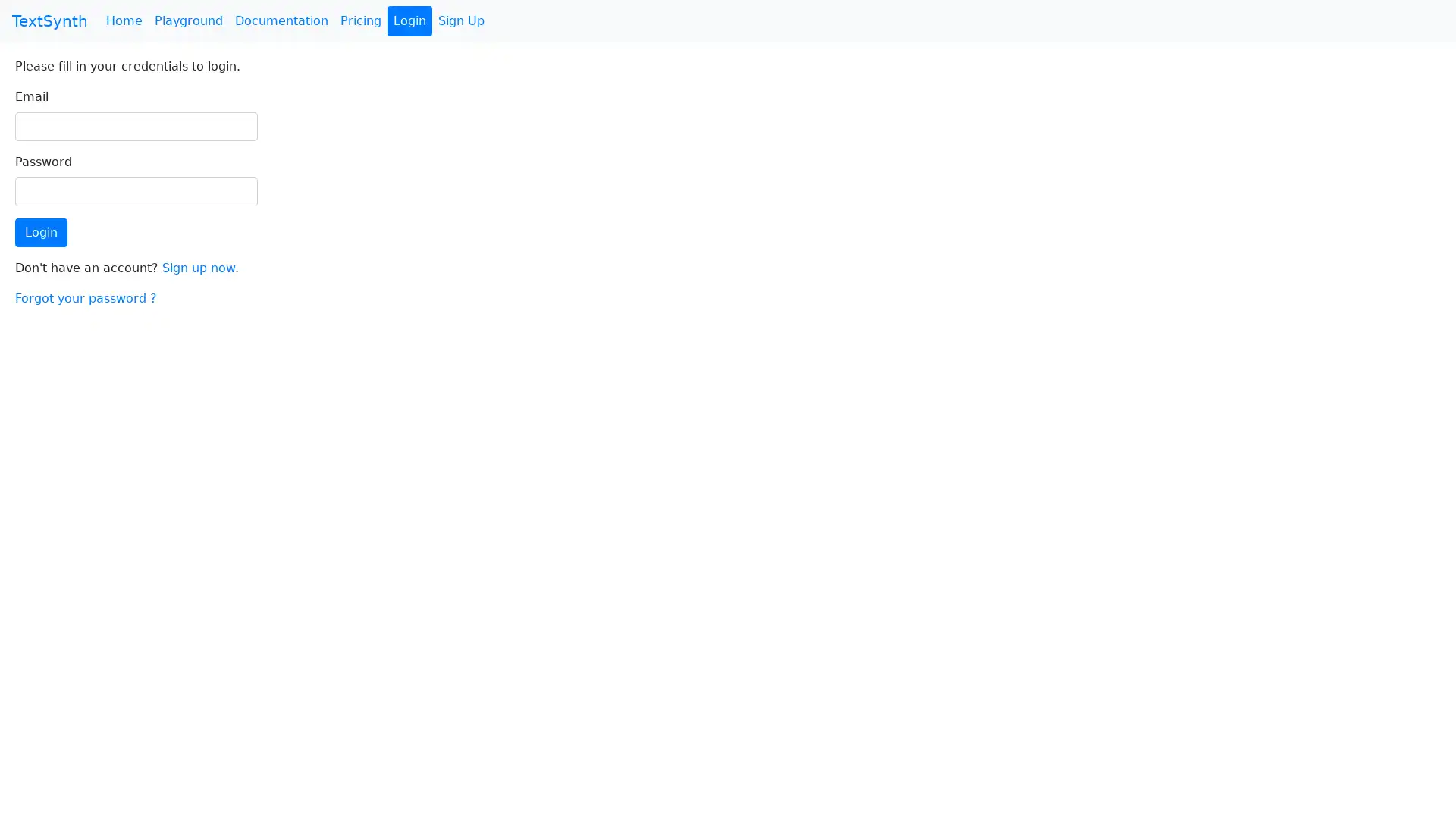 The width and height of the screenshot is (1456, 819). I want to click on Login, so click(41, 233).